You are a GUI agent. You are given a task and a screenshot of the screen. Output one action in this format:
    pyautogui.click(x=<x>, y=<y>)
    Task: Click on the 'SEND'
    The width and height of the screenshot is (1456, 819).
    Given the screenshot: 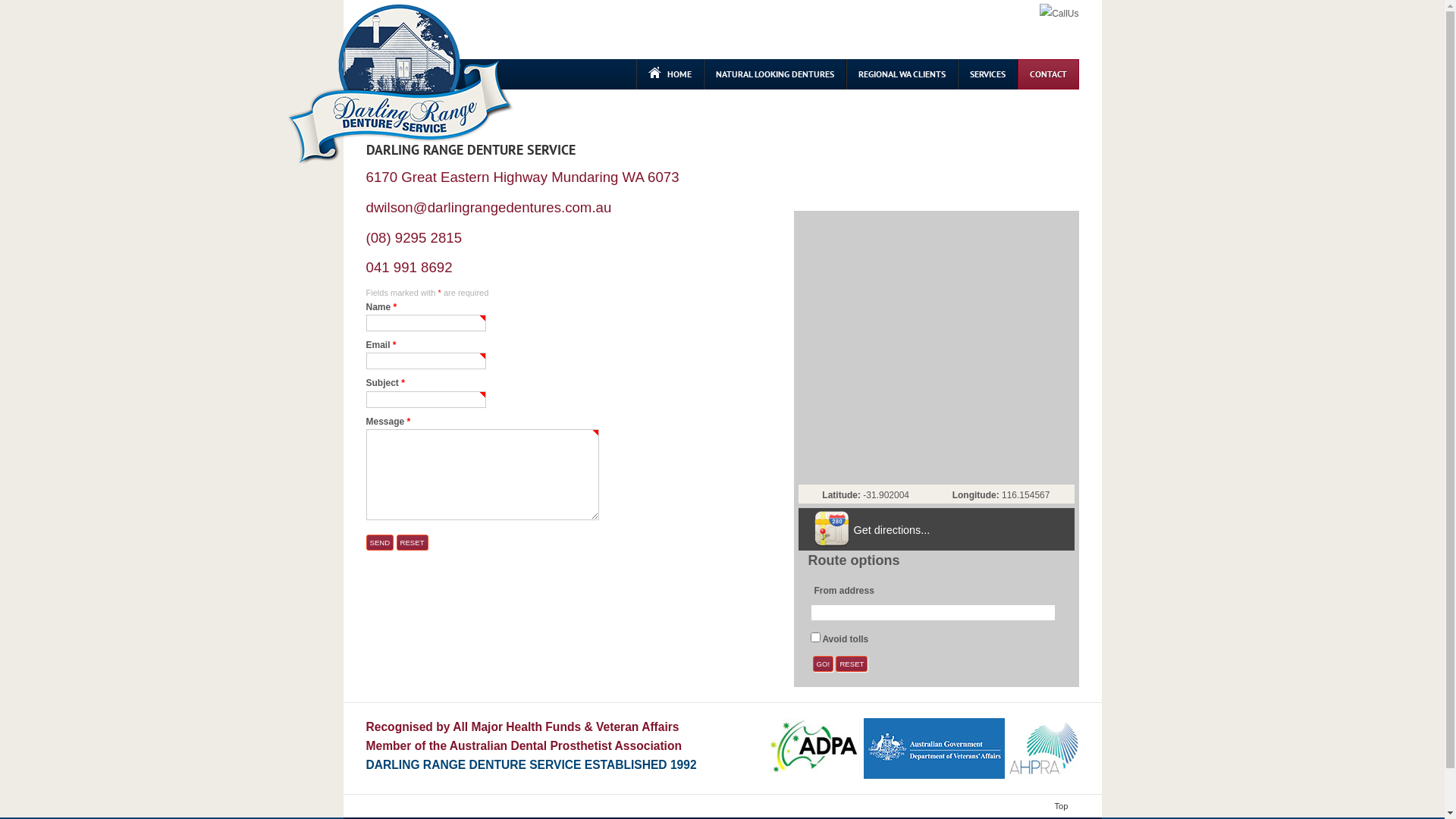 What is the action you would take?
    pyautogui.click(x=365, y=541)
    